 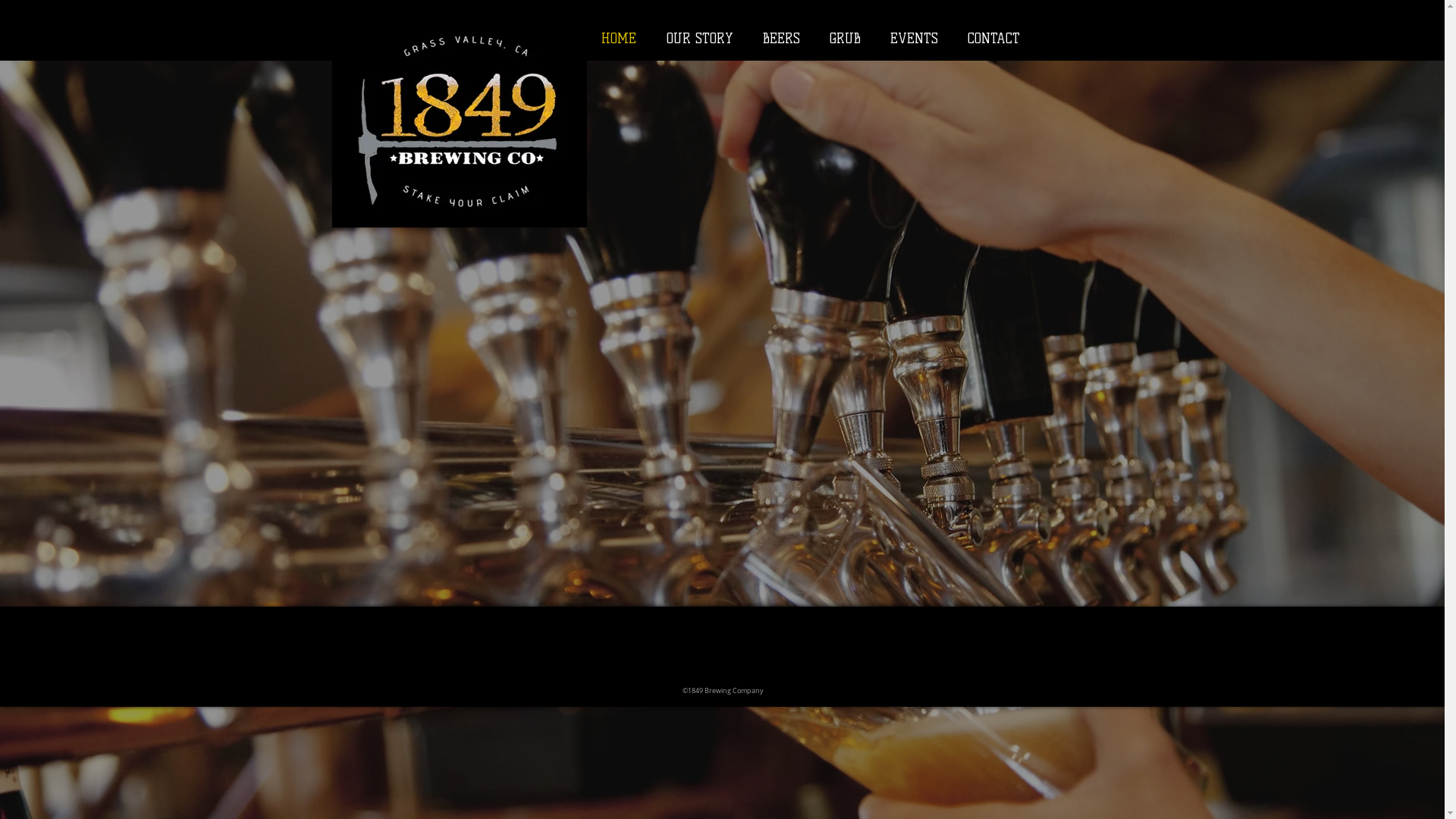 What do you see at coordinates (698, 37) in the screenshot?
I see `'OUR STORY'` at bounding box center [698, 37].